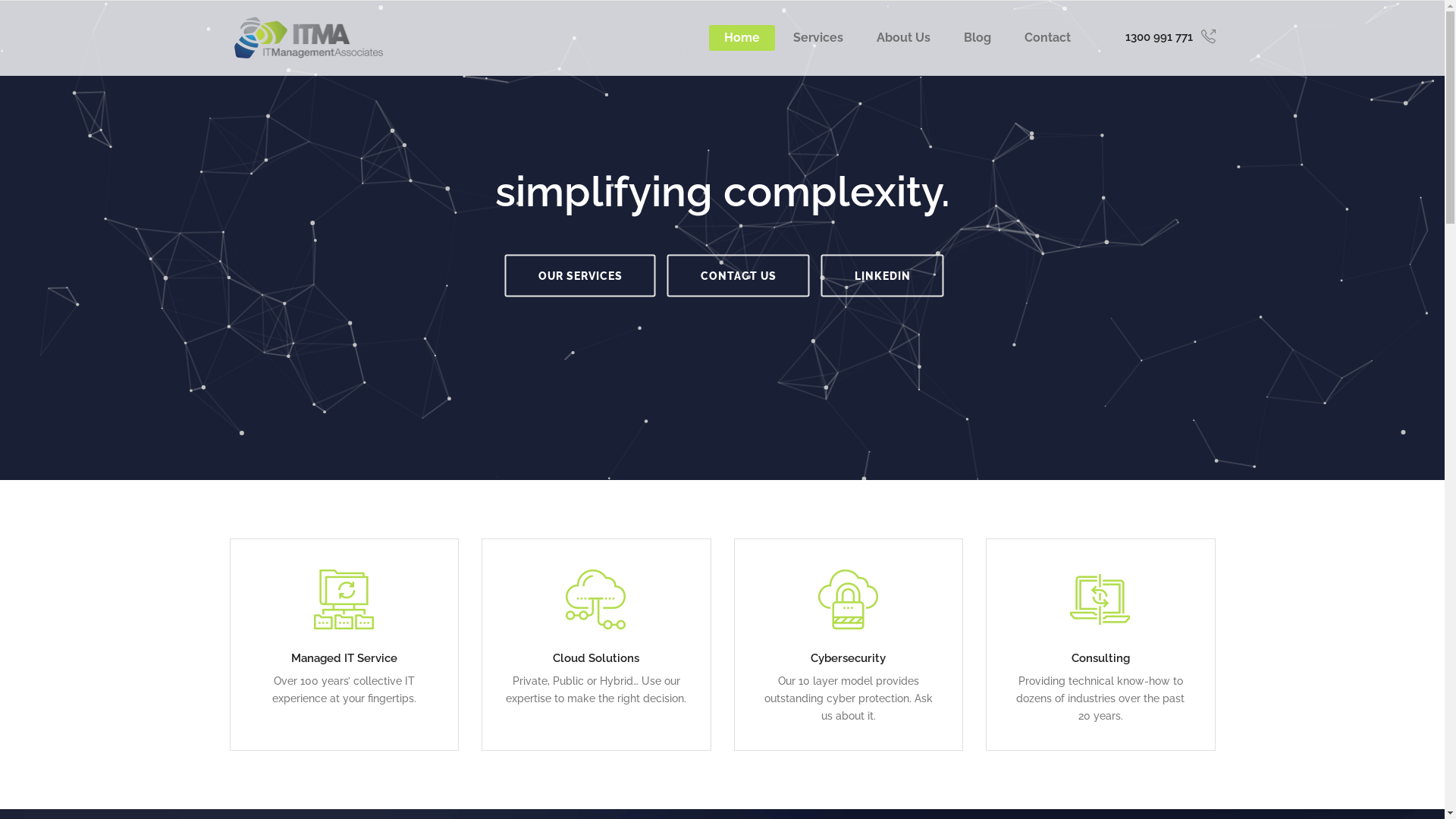 This screenshot has width=1456, height=819. Describe the element at coordinates (976, 37) in the screenshot. I see `'Blog'` at that location.